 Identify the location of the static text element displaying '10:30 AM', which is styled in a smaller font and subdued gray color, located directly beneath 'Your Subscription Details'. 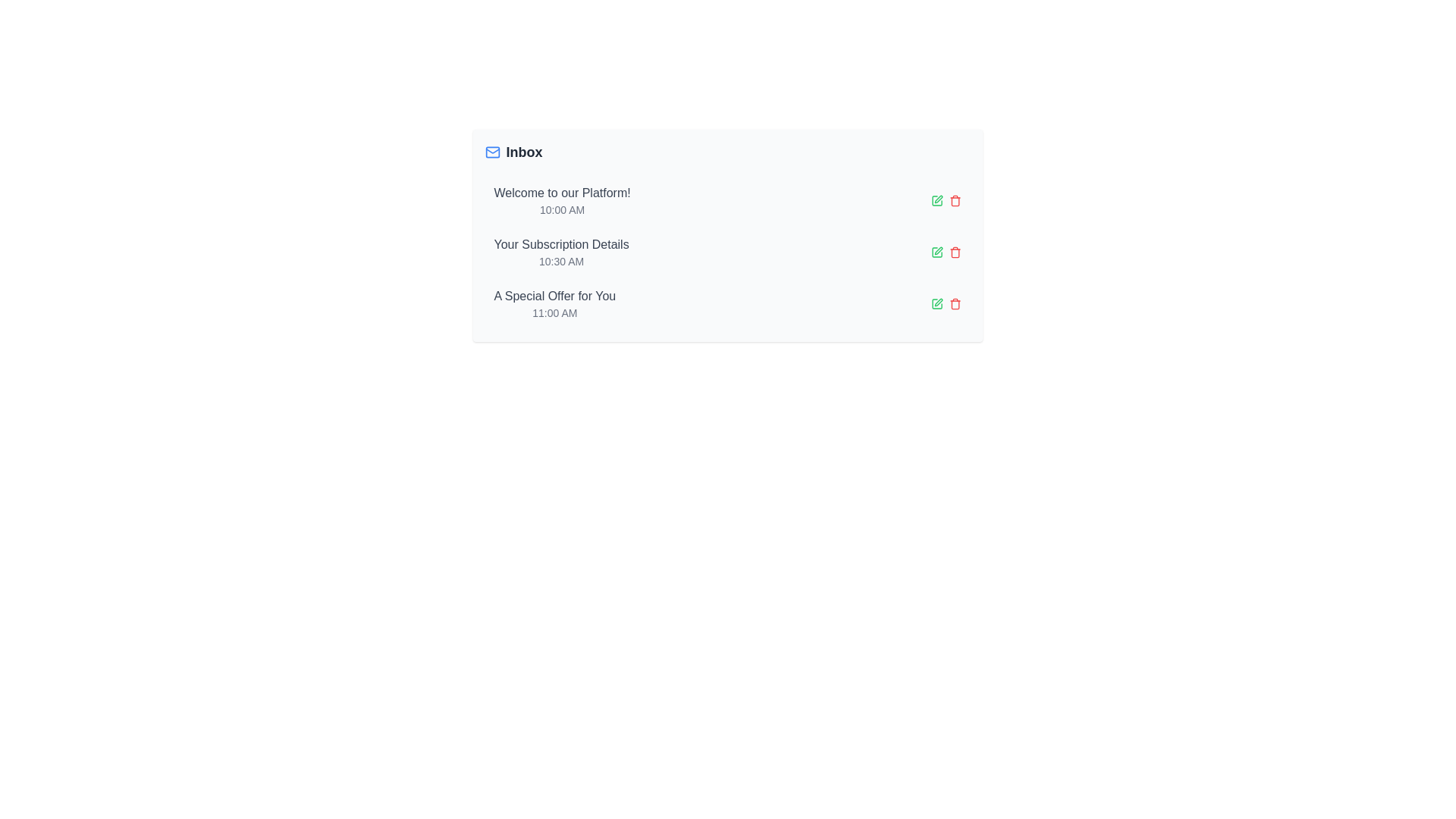
(560, 260).